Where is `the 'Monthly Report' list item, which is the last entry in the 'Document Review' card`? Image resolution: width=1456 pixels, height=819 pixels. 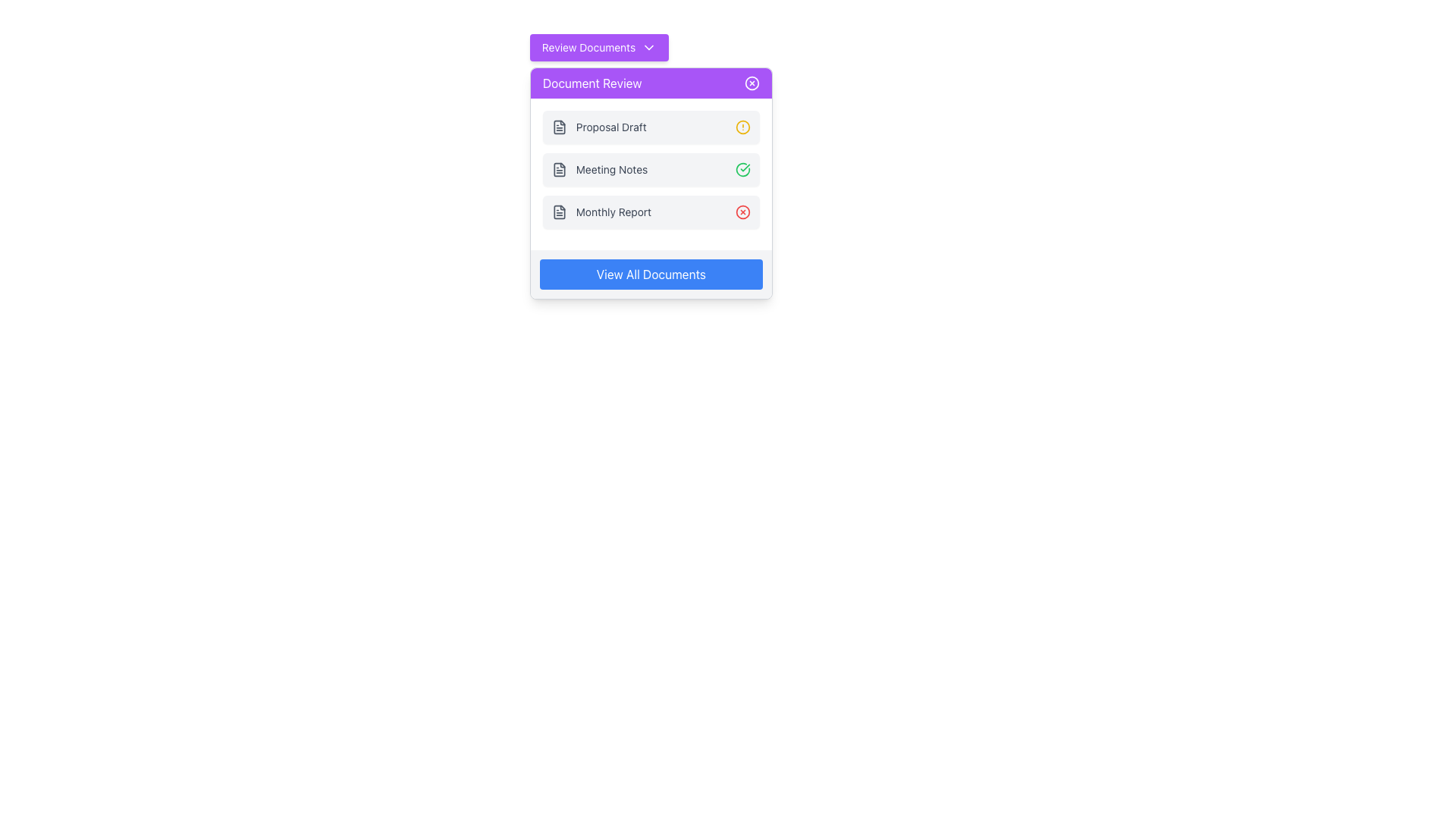 the 'Monthly Report' list item, which is the last entry in the 'Document Review' card is located at coordinates (601, 212).